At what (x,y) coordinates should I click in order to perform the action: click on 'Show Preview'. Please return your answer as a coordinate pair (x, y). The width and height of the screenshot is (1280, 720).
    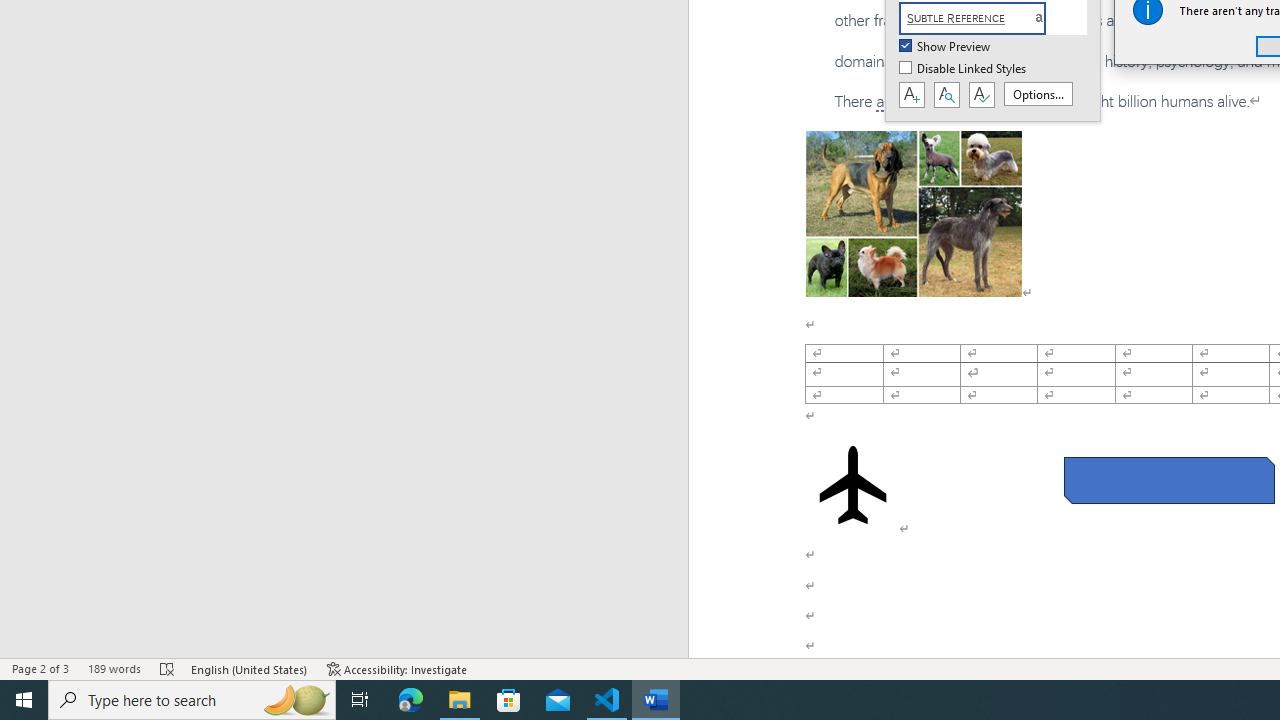
    Looking at the image, I should click on (945, 46).